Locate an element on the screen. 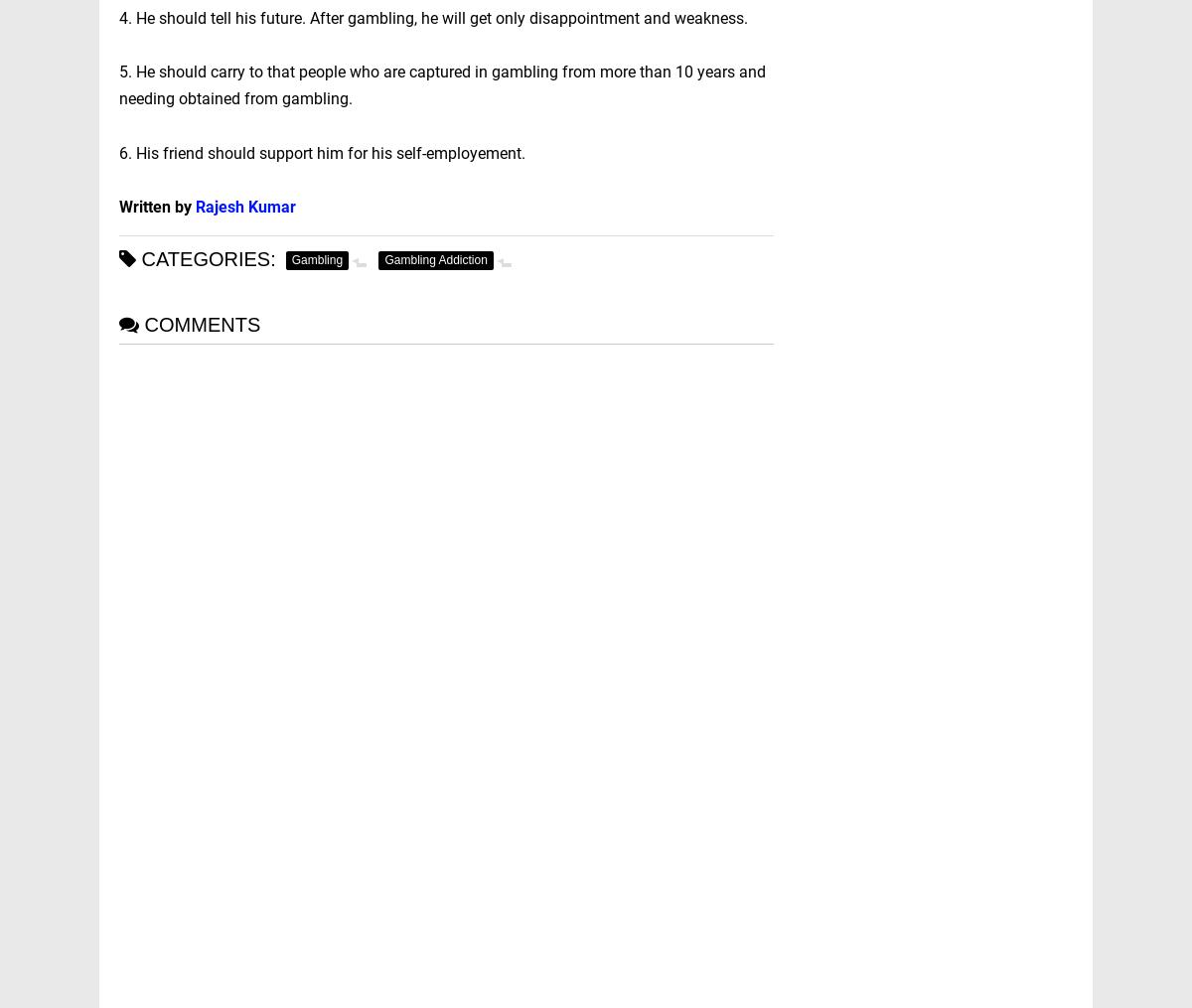 The width and height of the screenshot is (1192, 1008). 'Business Education' is located at coordinates (914, 290).